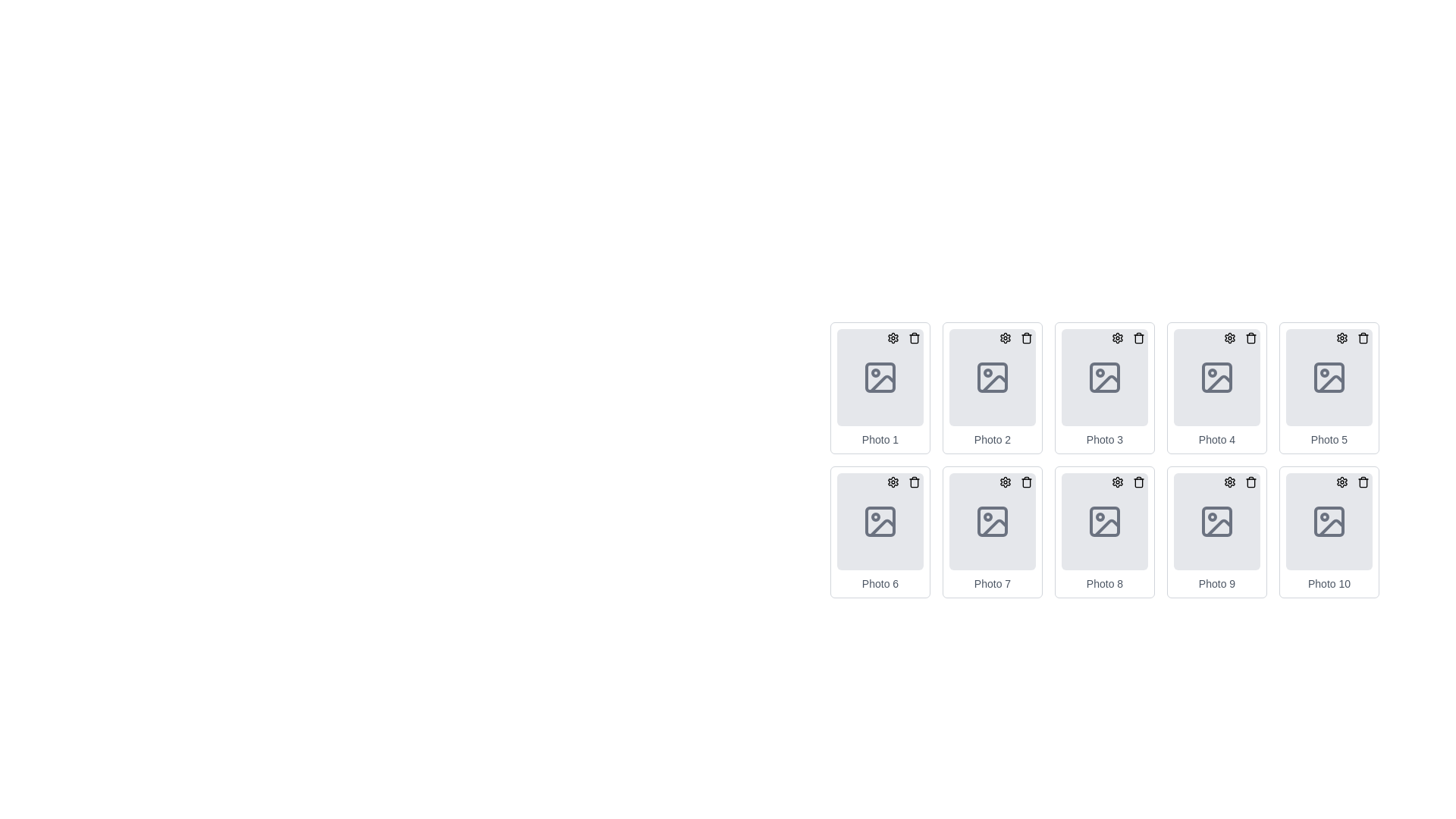 This screenshot has width=1456, height=819. I want to click on label text located at the bottom center of the top-left card in the grid layout, which serves as a descriptor for the associated image placeholder above it, so click(880, 439).